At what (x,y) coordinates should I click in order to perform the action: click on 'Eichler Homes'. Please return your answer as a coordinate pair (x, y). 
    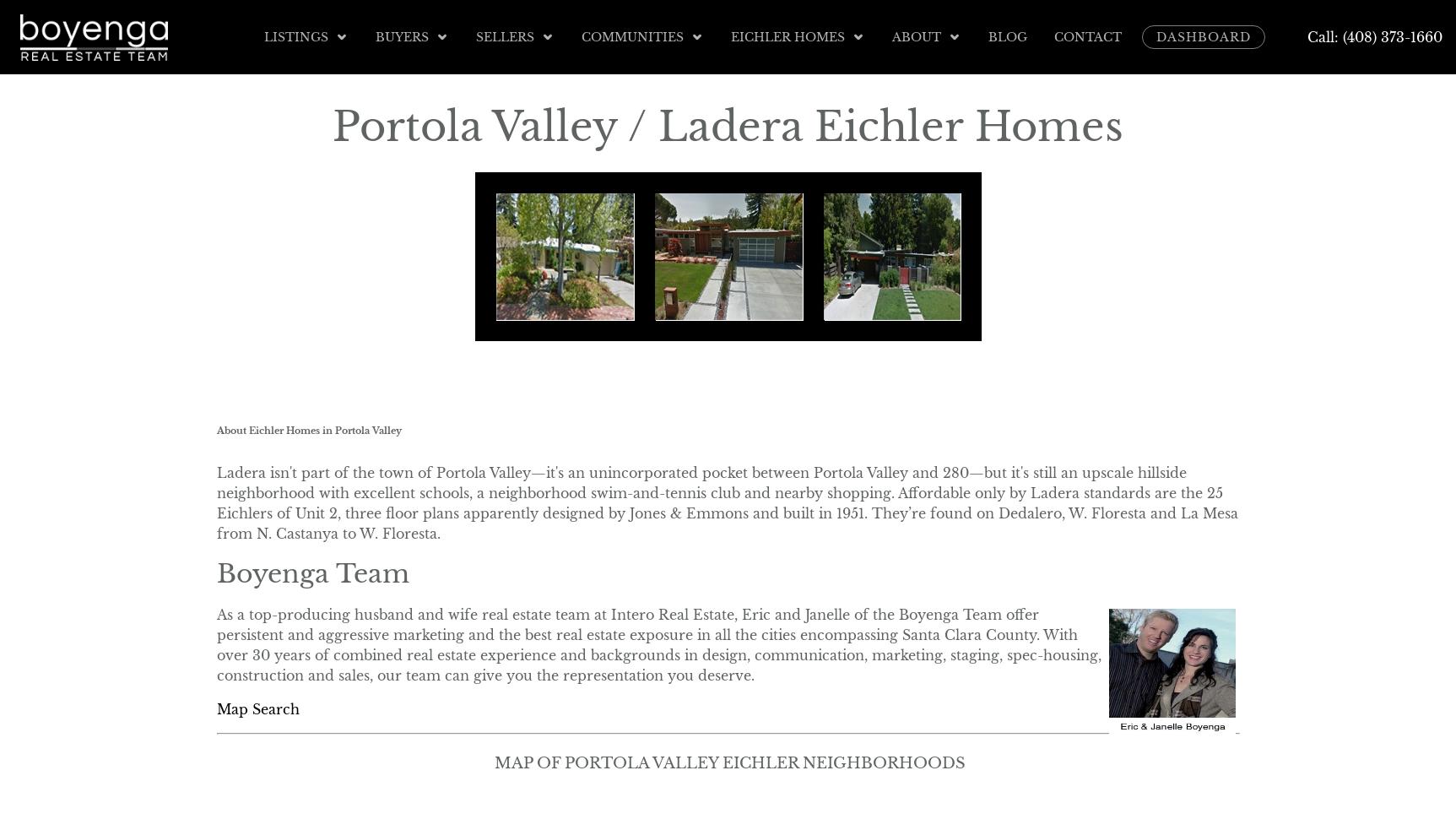
    Looking at the image, I should click on (787, 36).